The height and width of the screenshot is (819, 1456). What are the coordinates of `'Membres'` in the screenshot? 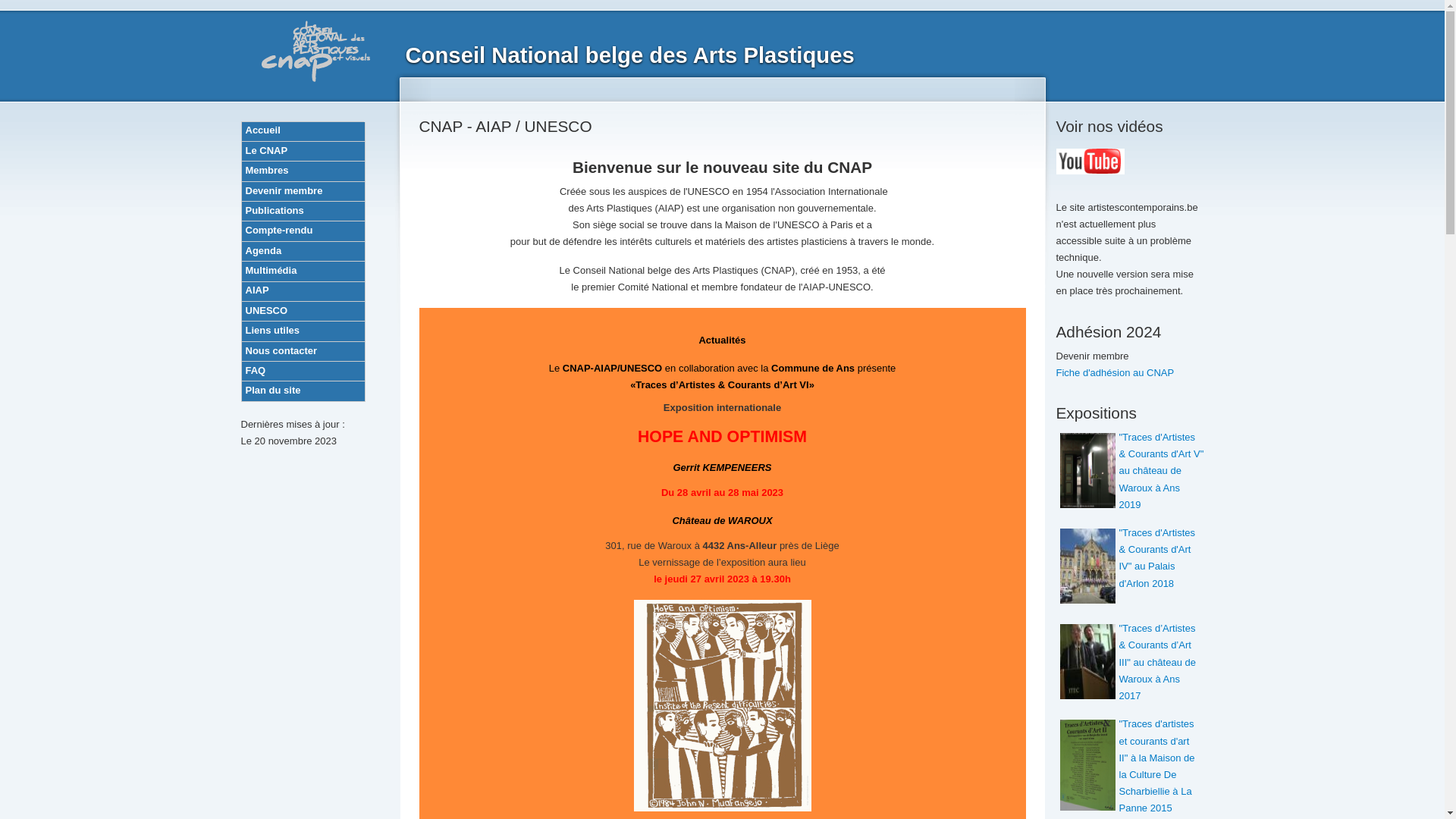 It's located at (240, 170).